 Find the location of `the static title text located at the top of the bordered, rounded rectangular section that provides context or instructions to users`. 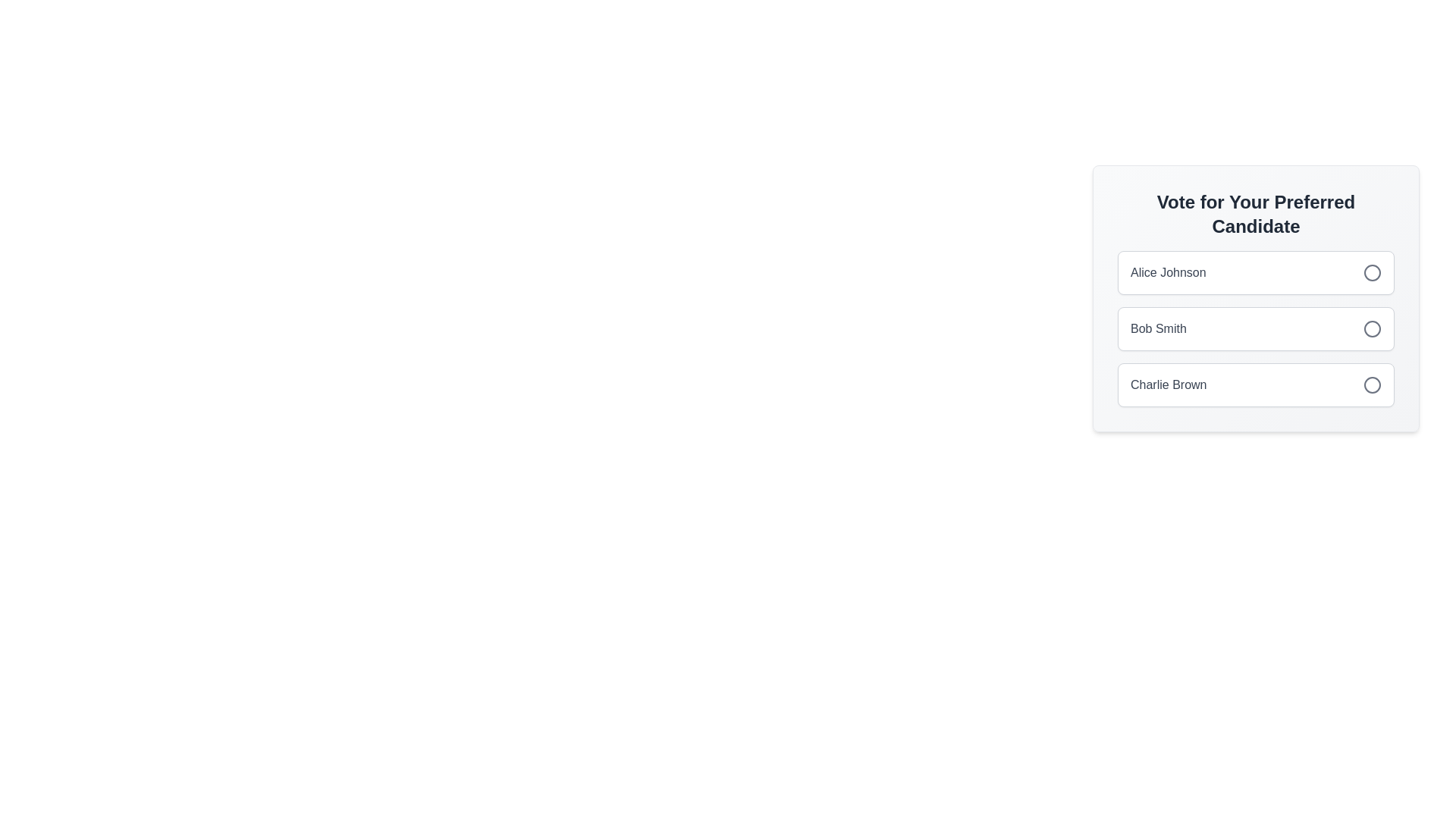

the static title text located at the top of the bordered, rounded rectangular section that provides context or instructions to users is located at coordinates (1256, 214).